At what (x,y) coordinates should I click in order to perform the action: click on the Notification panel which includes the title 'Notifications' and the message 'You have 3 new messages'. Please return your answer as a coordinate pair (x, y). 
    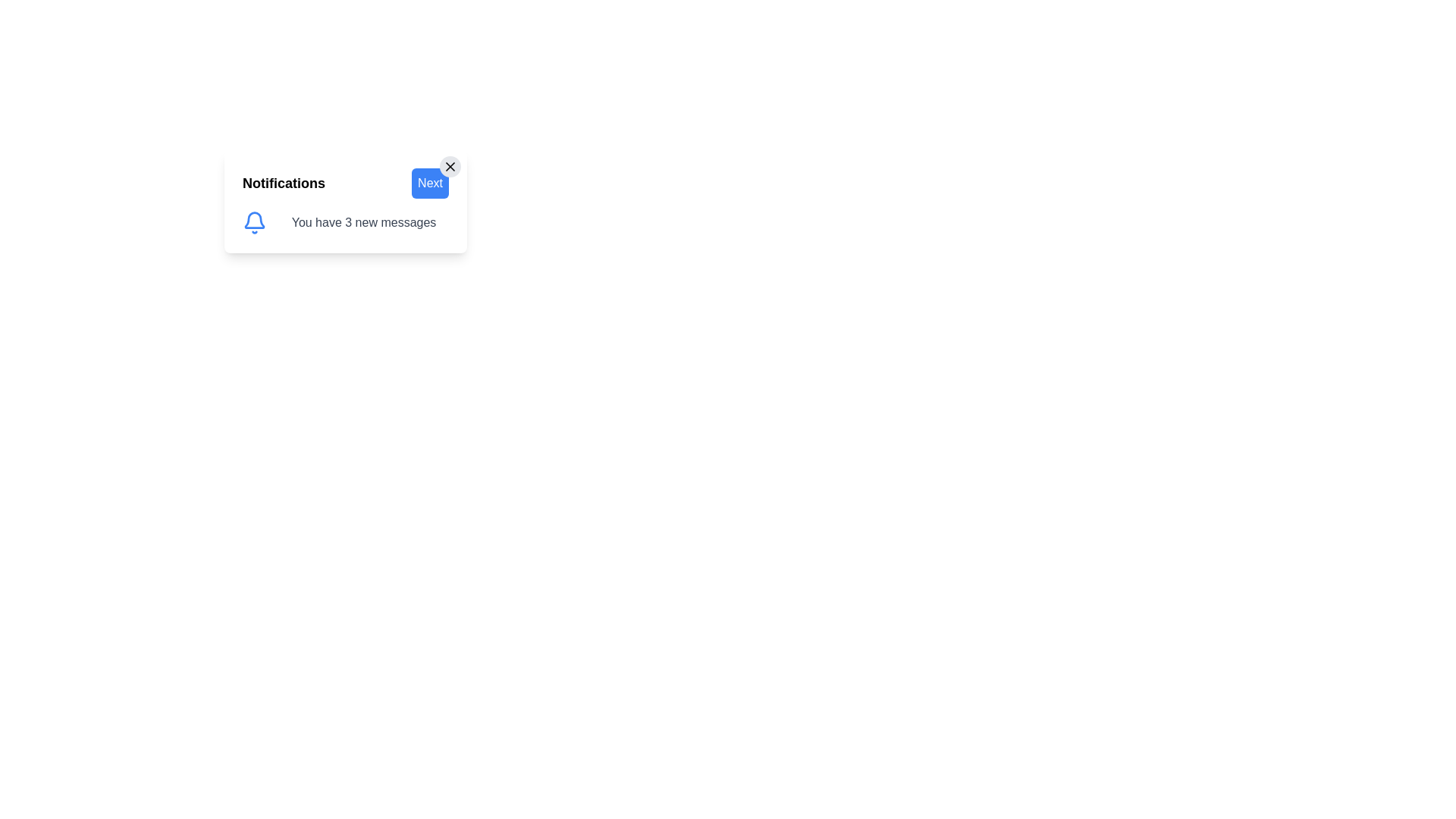
    Looking at the image, I should click on (345, 201).